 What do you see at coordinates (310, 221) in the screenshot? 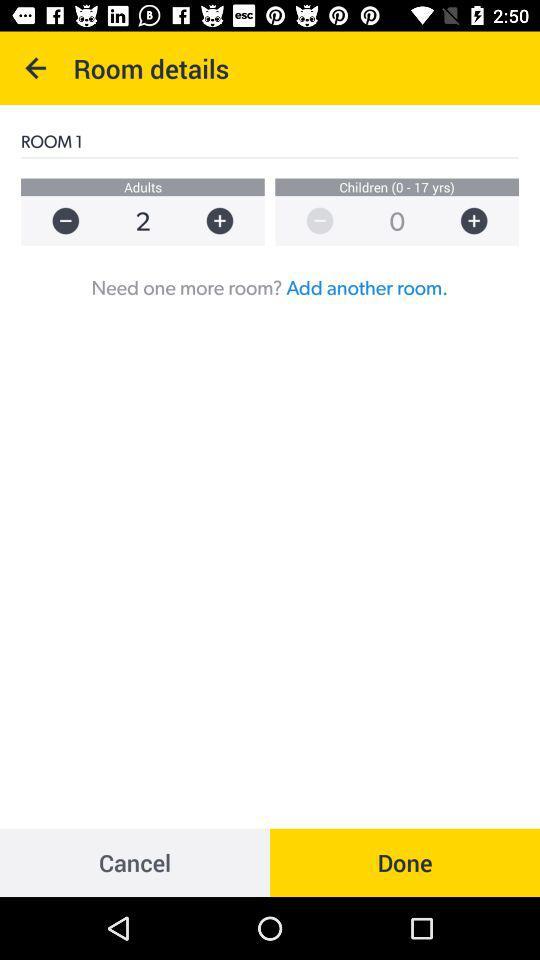
I see `age minimul` at bounding box center [310, 221].